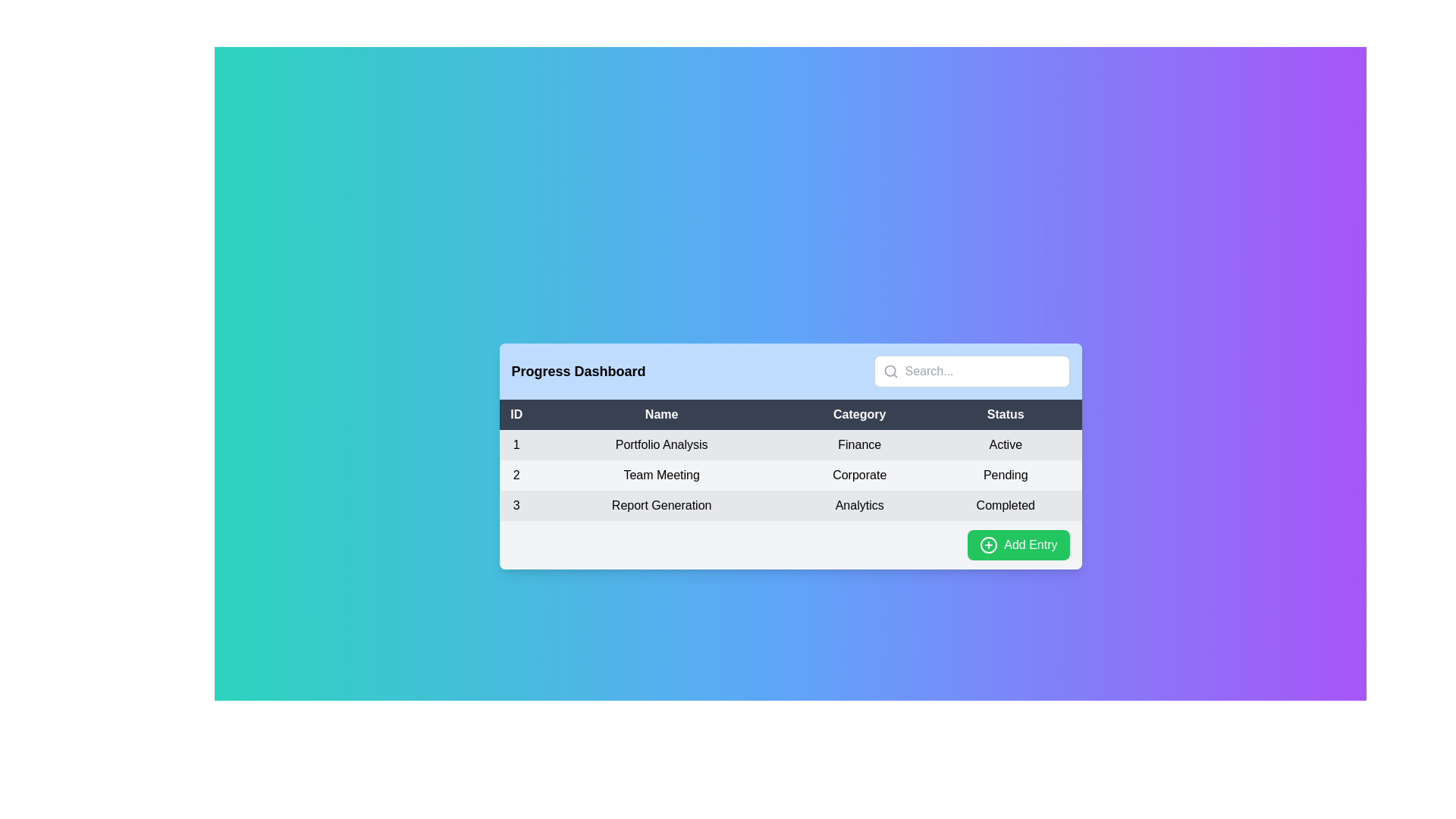 Image resolution: width=1456 pixels, height=819 pixels. I want to click on the circular icon with a plus sign inside, styled with a thin green border, located to the left of the 'Add Entry' label in the green rectangular button, so click(989, 544).